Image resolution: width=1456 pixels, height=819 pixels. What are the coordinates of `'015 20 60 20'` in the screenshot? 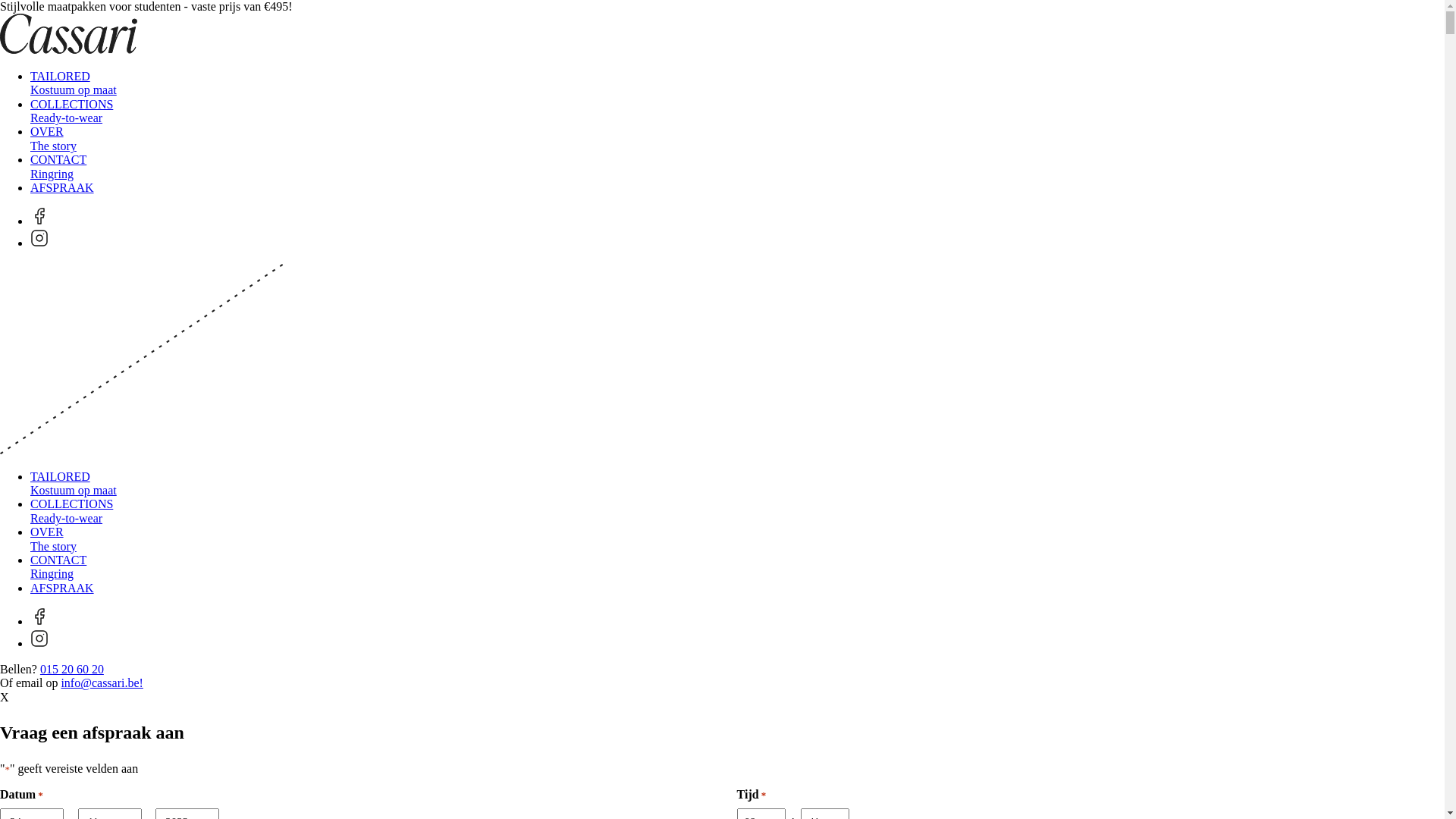 It's located at (71, 668).